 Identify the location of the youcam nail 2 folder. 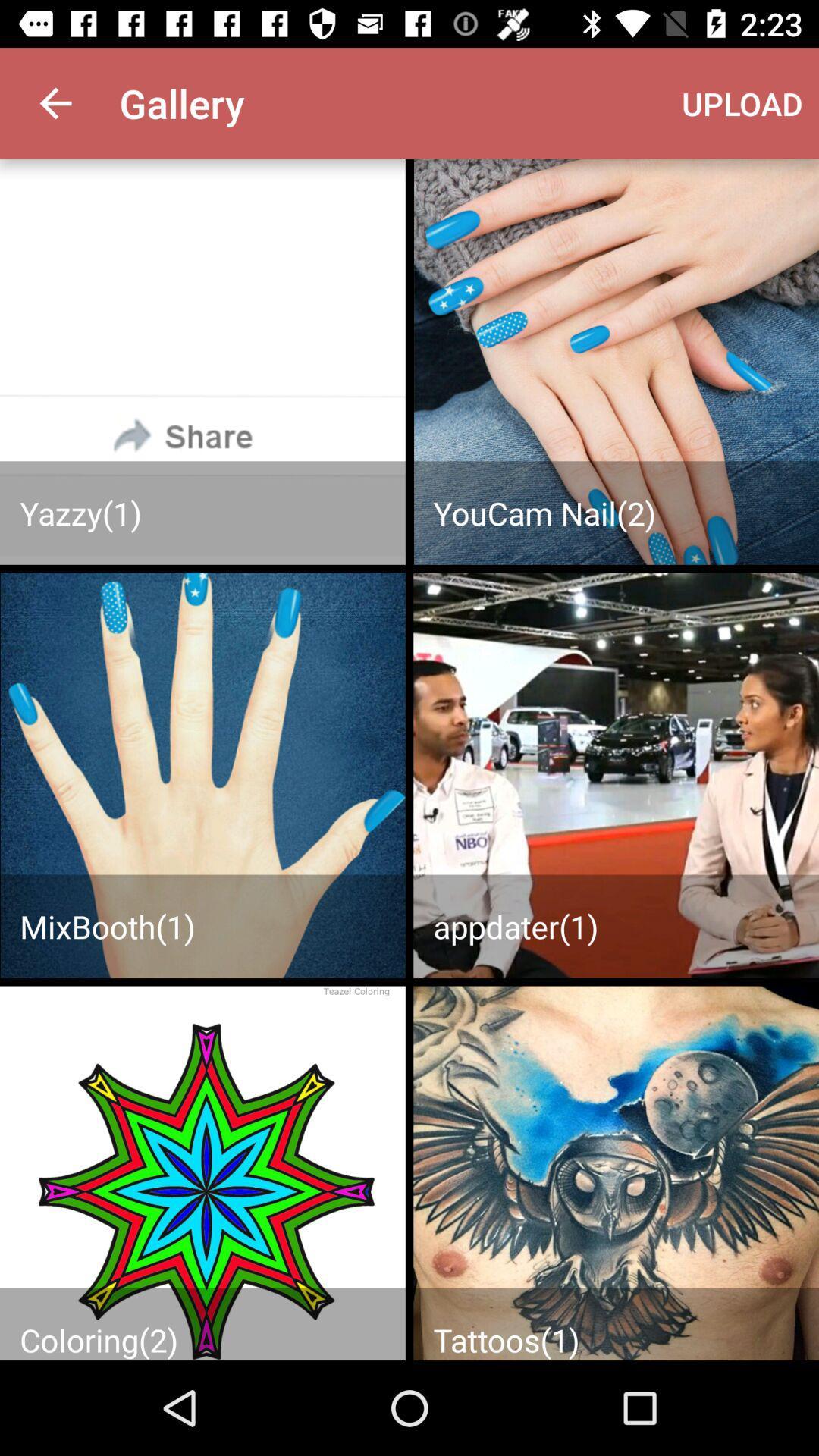
(616, 361).